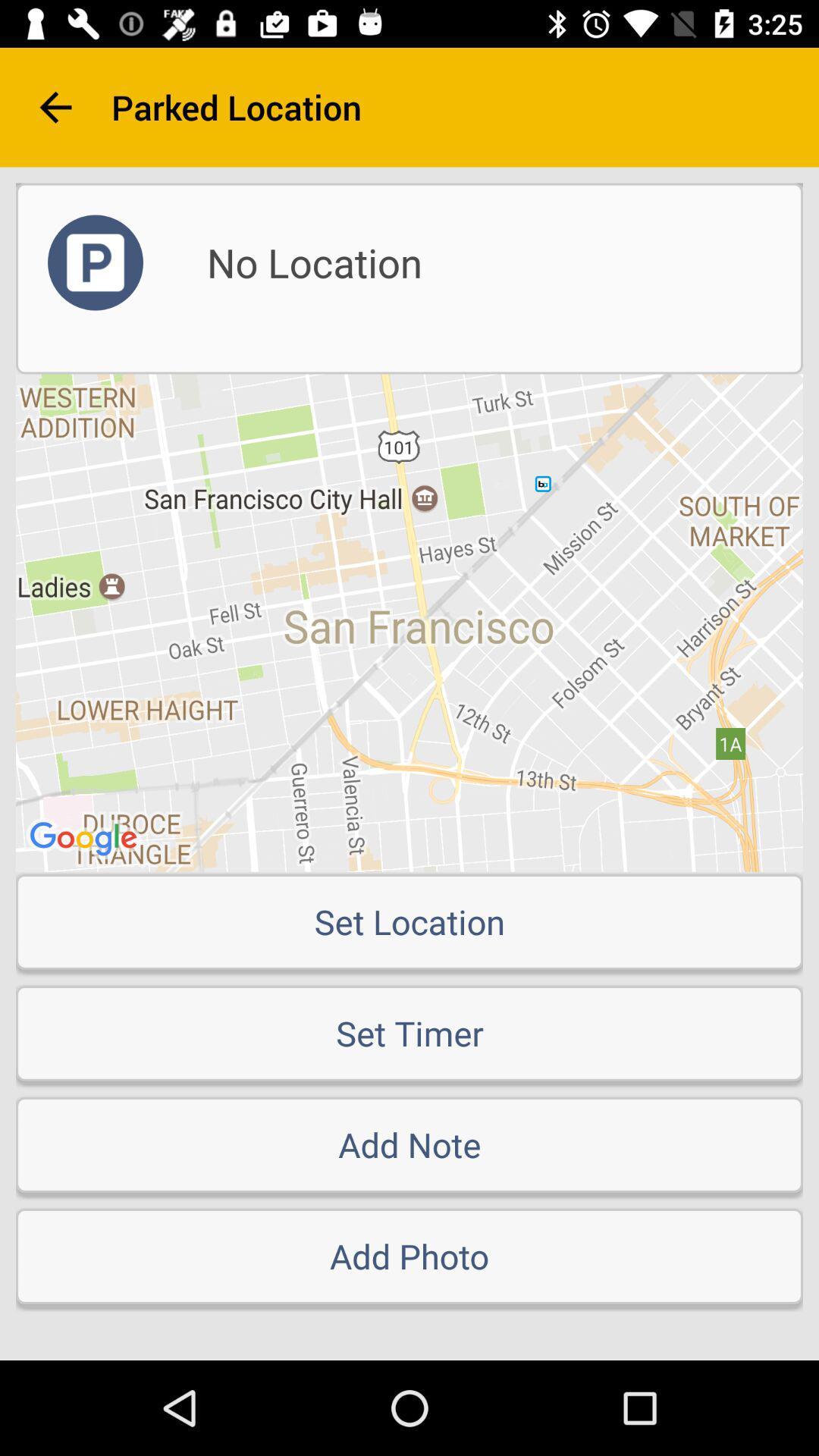  Describe the element at coordinates (409, 1032) in the screenshot. I see `the set timer item` at that location.